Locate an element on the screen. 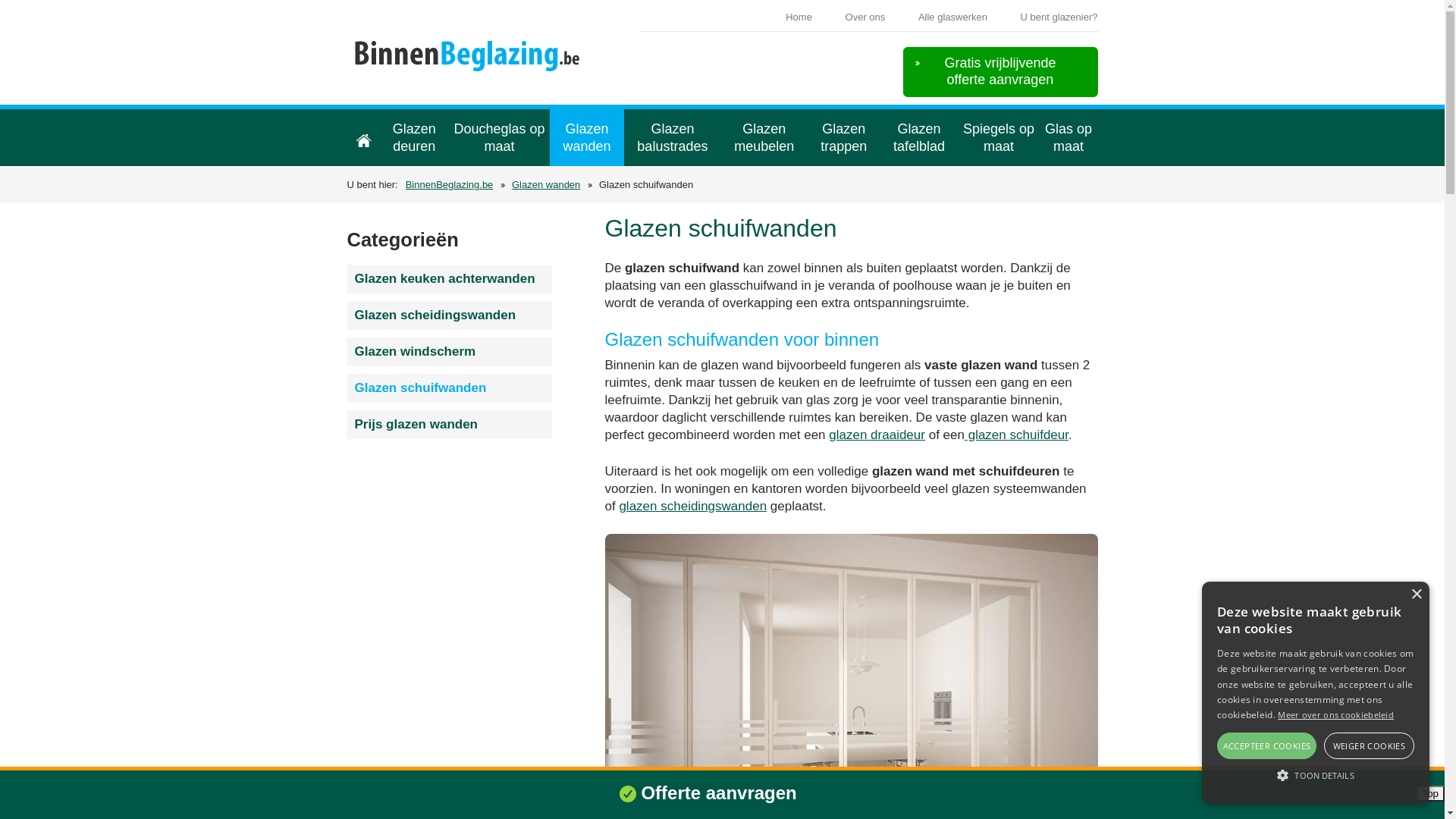  'Offerte aanvragen' is located at coordinates (717, 792).